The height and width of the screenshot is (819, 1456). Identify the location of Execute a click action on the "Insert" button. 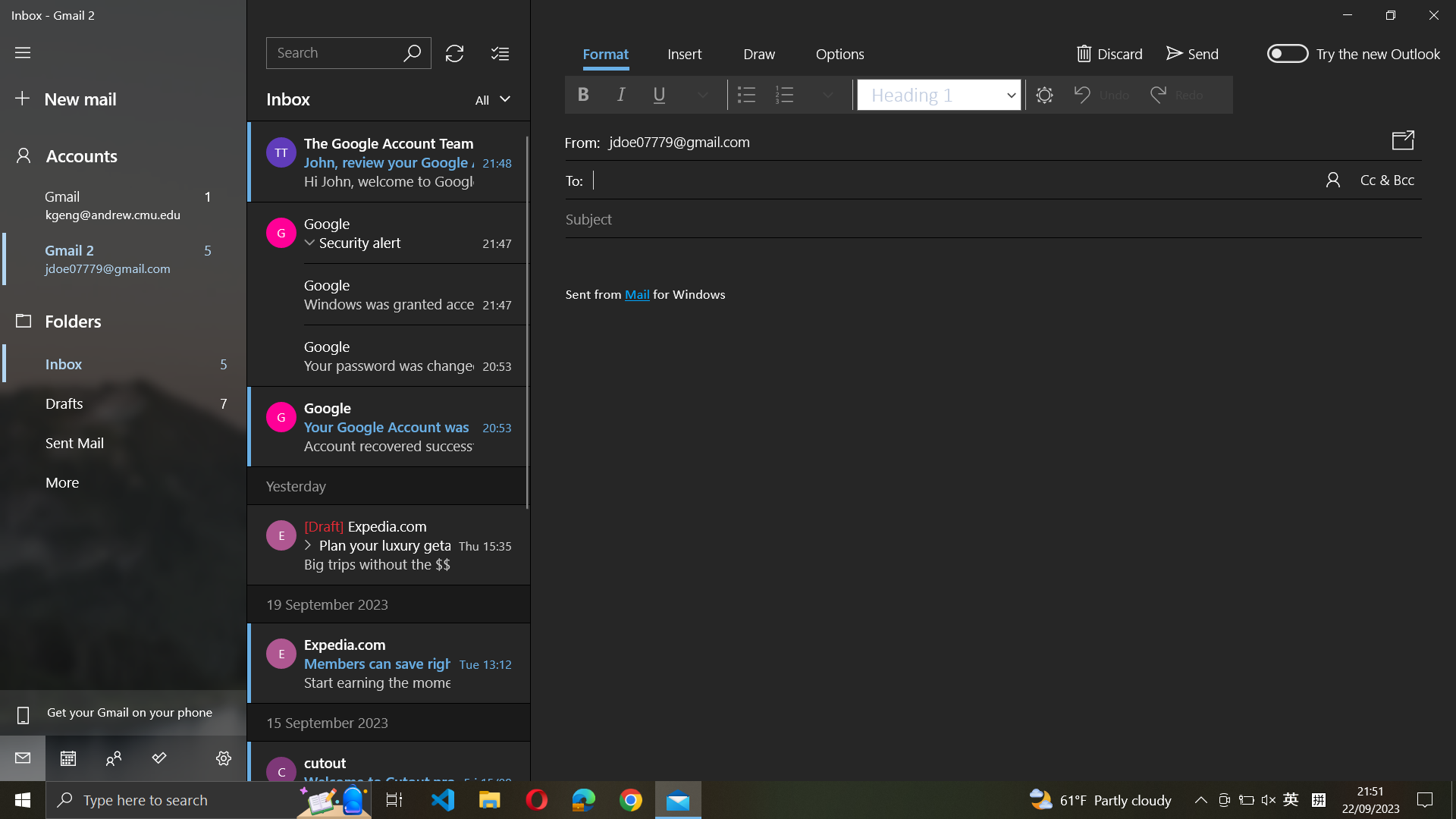
(683, 55).